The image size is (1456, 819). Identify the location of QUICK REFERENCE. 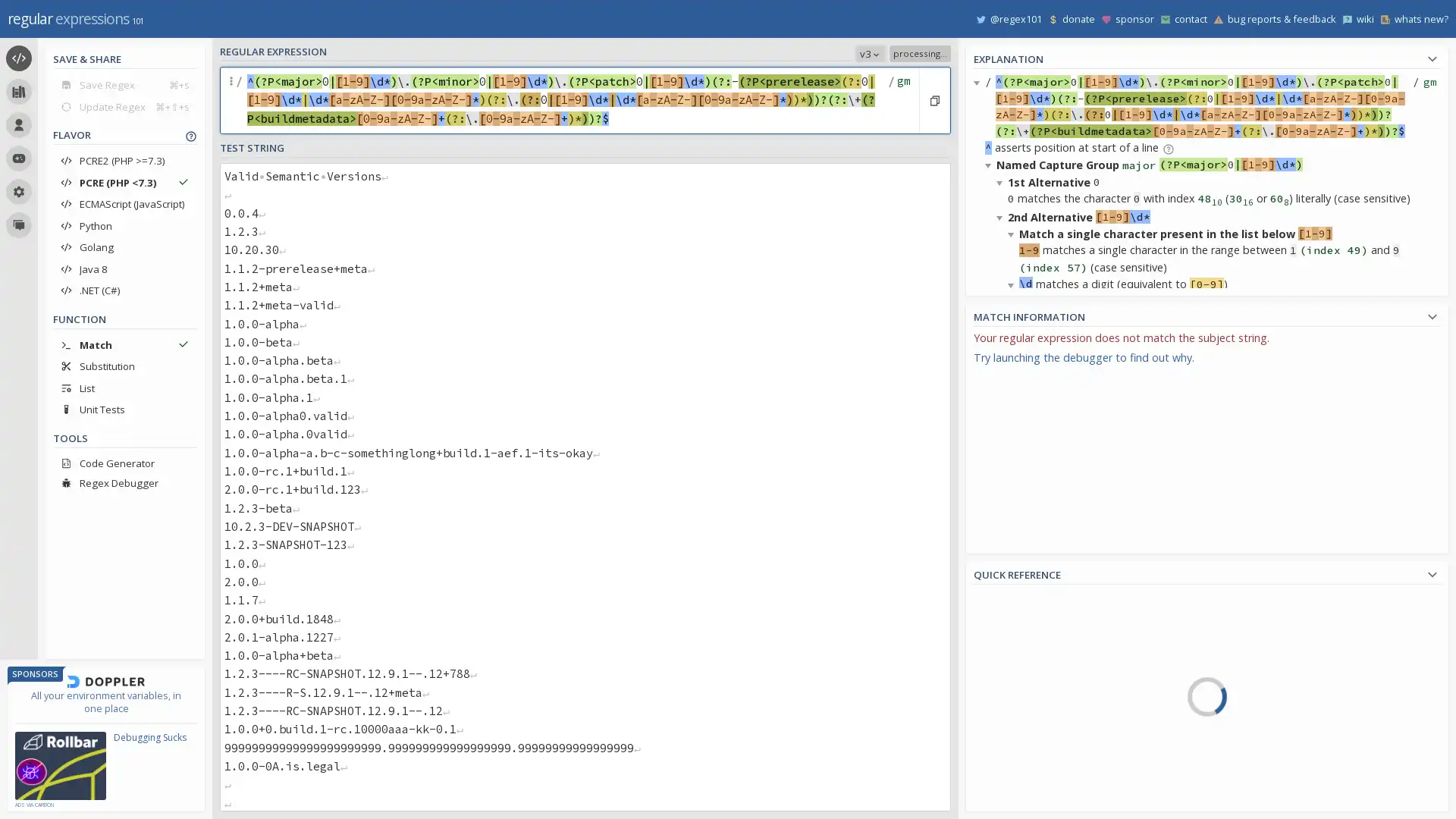
(1207, 573).